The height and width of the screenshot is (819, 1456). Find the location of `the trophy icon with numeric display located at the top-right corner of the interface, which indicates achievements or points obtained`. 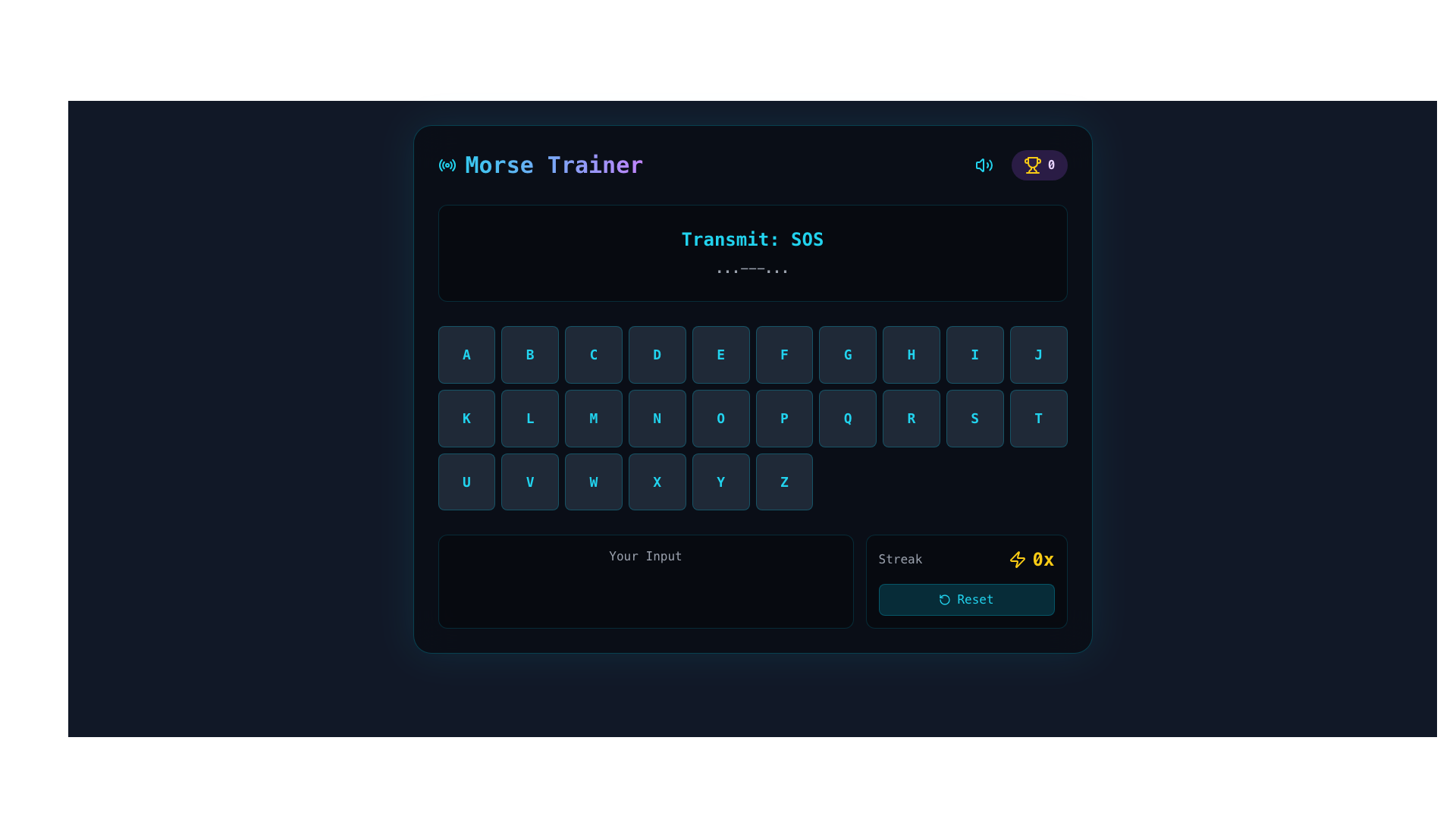

the trophy icon with numeric display located at the top-right corner of the interface, which indicates achievements or points obtained is located at coordinates (1038, 165).